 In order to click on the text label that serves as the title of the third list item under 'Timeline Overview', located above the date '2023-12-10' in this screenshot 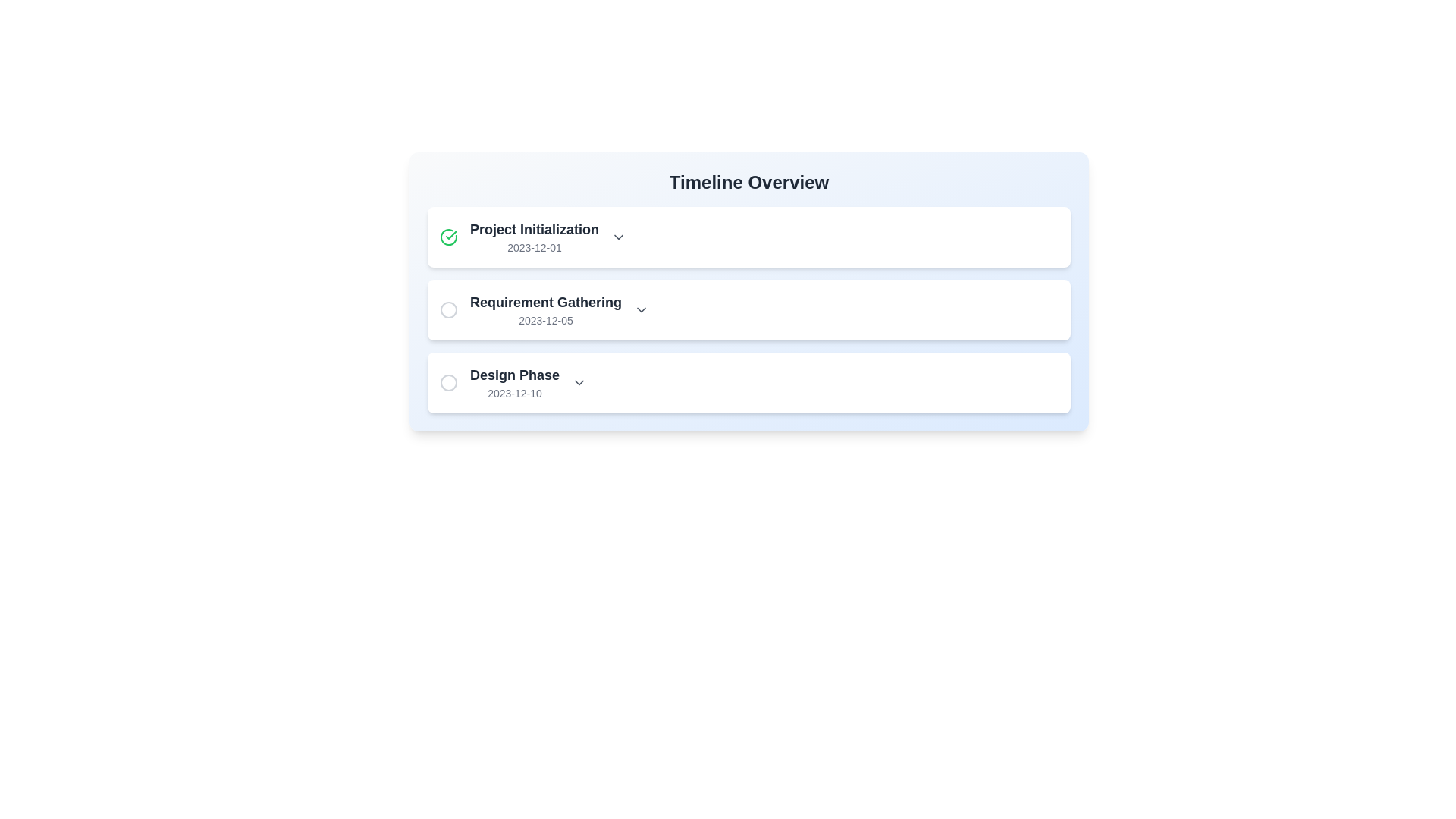, I will do `click(515, 375)`.